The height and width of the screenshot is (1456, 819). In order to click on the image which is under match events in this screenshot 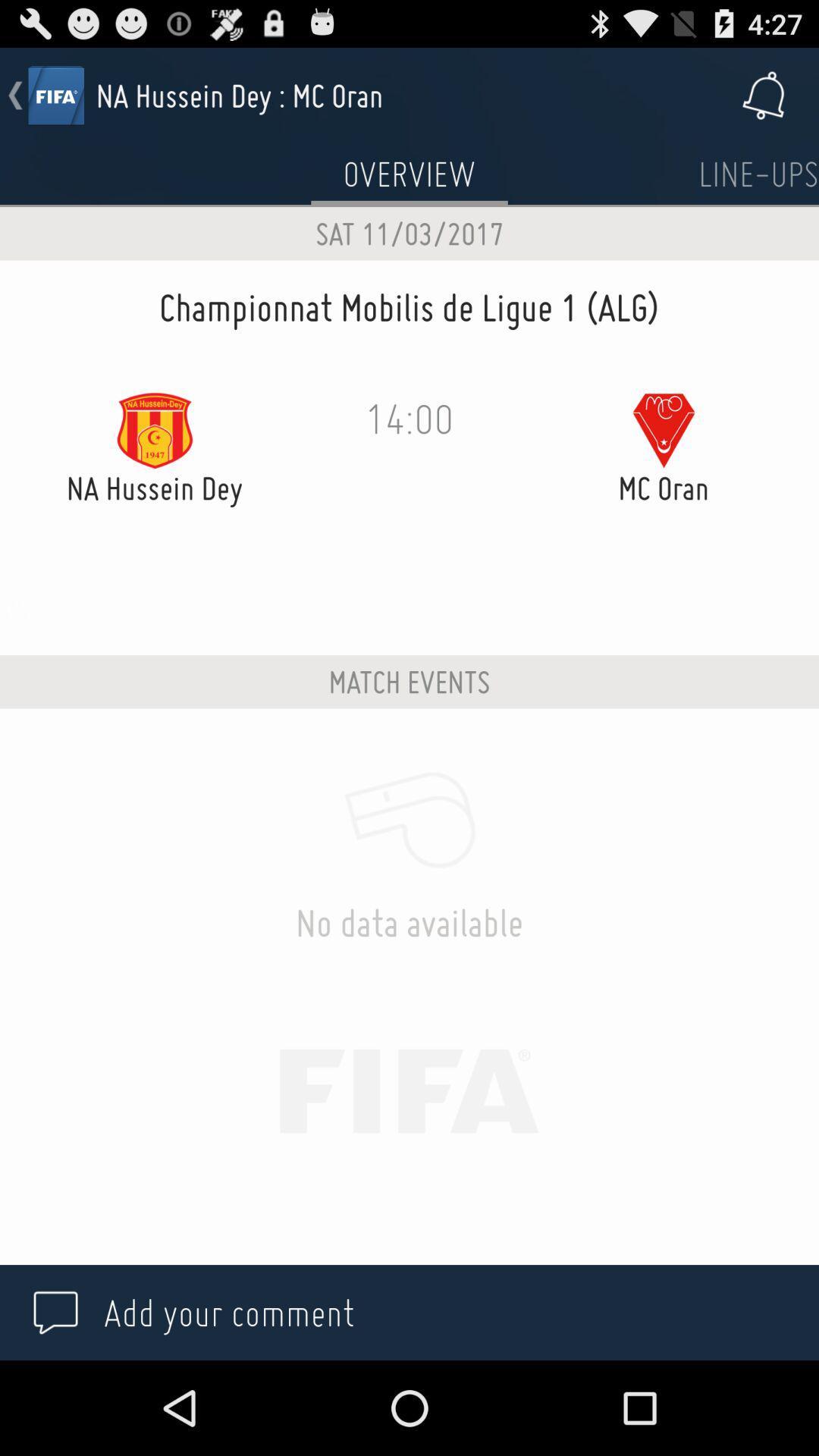, I will do `click(409, 819)`.